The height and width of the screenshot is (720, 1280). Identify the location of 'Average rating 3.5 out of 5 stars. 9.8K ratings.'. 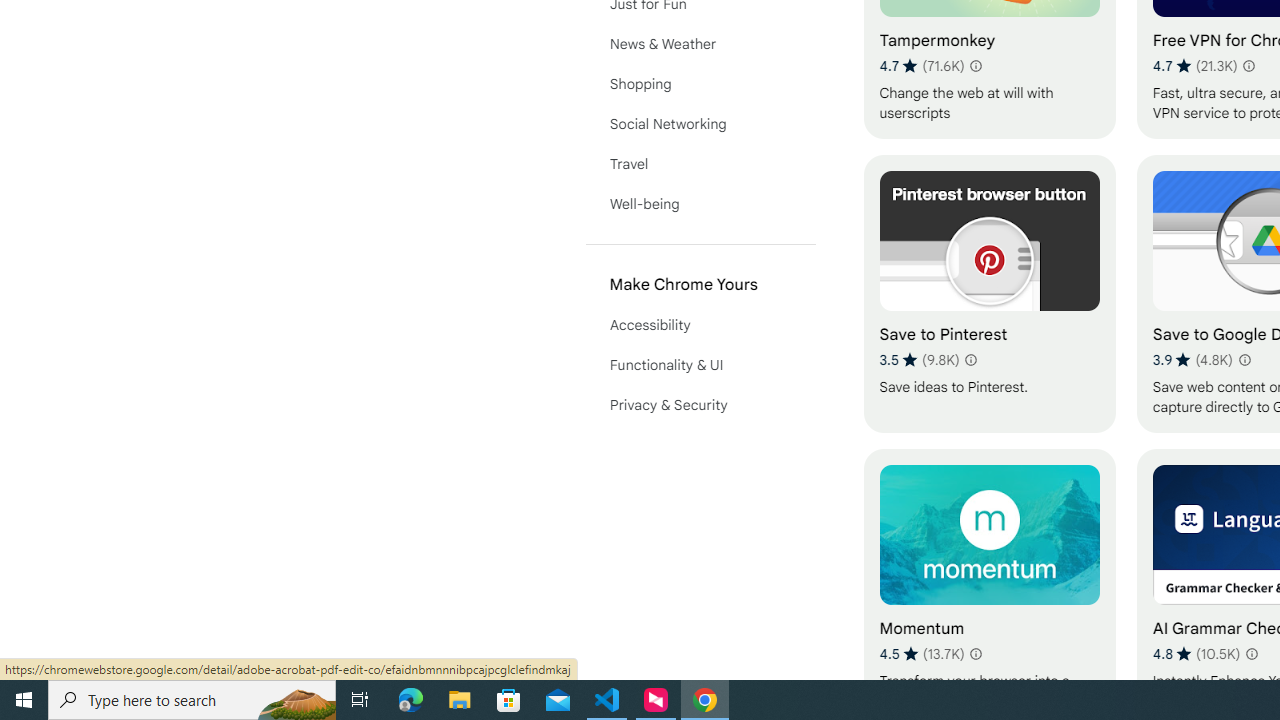
(918, 360).